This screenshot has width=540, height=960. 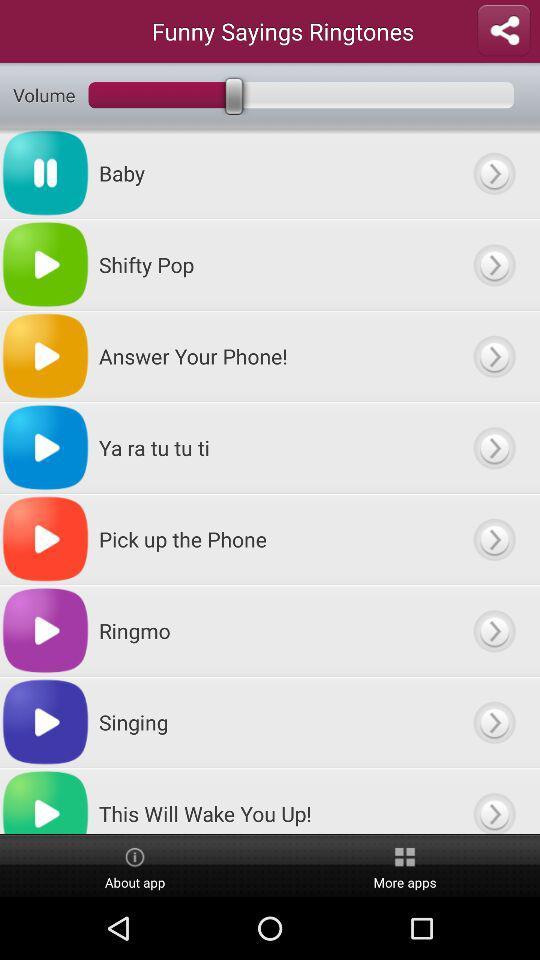 I want to click on open context menu, so click(x=493, y=263).